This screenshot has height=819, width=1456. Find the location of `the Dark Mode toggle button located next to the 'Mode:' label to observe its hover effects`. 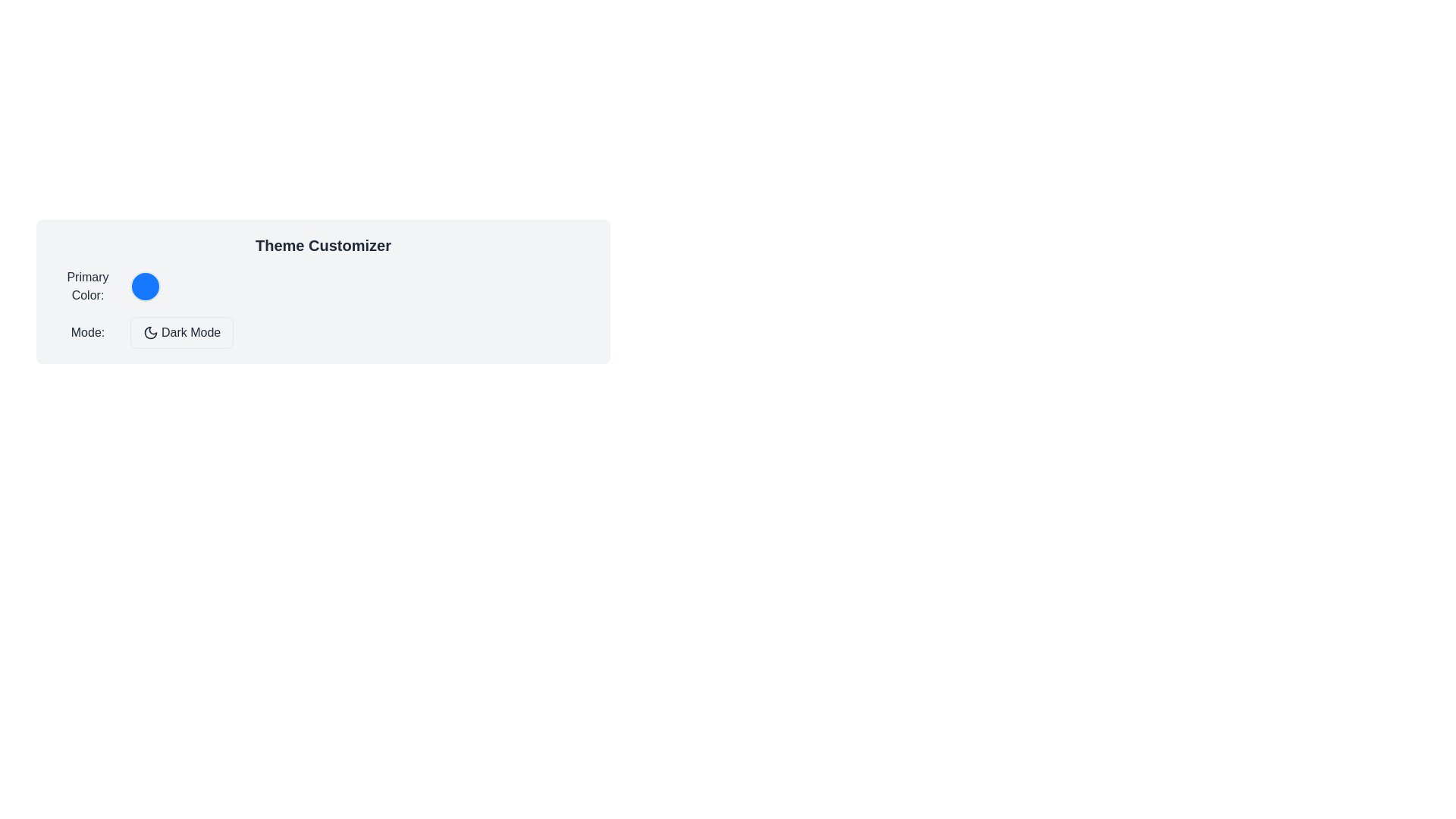

the Dark Mode toggle button located next to the 'Mode:' label to observe its hover effects is located at coordinates (182, 332).